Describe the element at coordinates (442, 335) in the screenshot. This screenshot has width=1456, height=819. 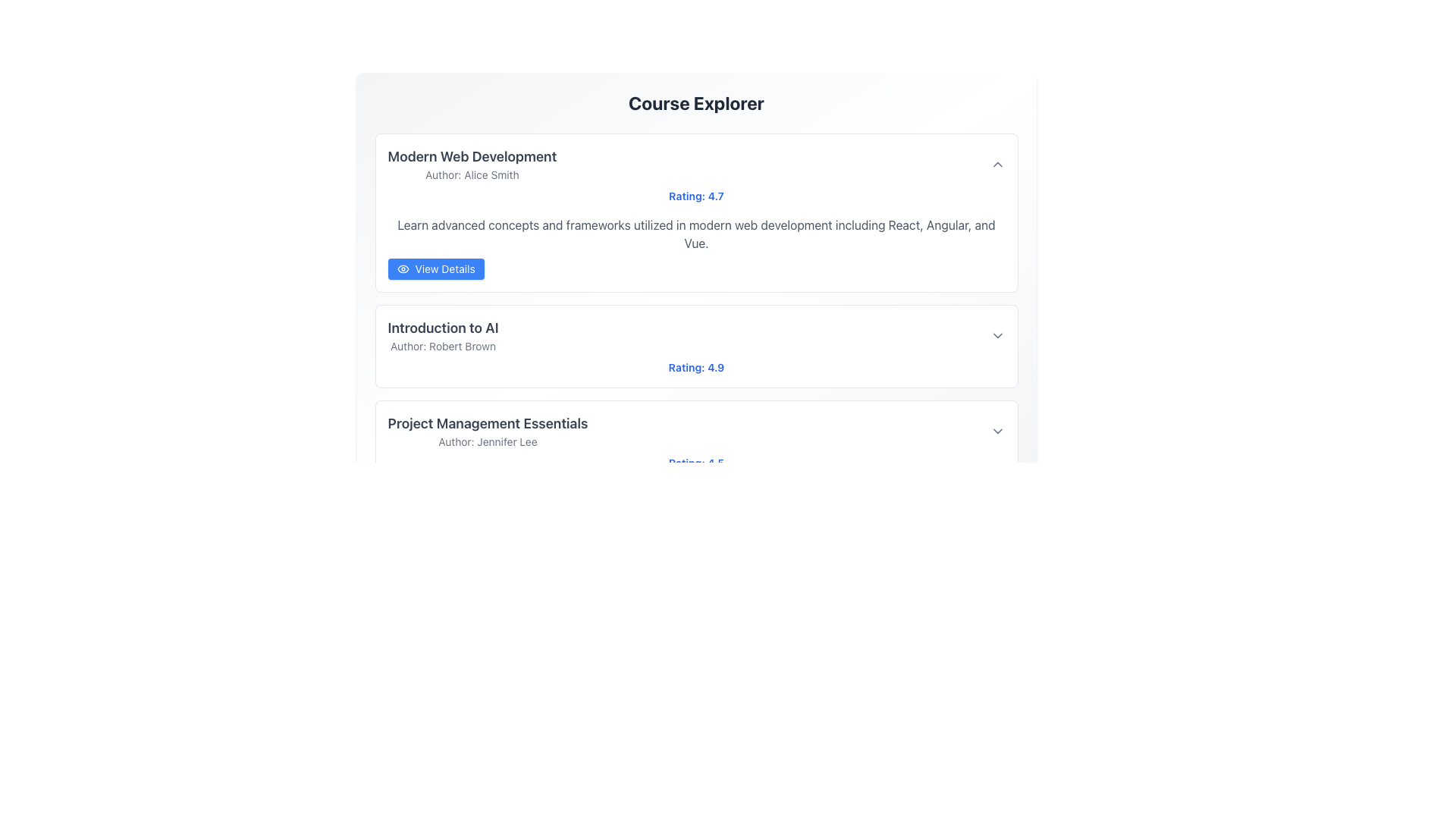
I see `title 'Introduction to AI' and the author 'Robert Brown' from the informational text block, which is the second entry in the list of courses` at that location.